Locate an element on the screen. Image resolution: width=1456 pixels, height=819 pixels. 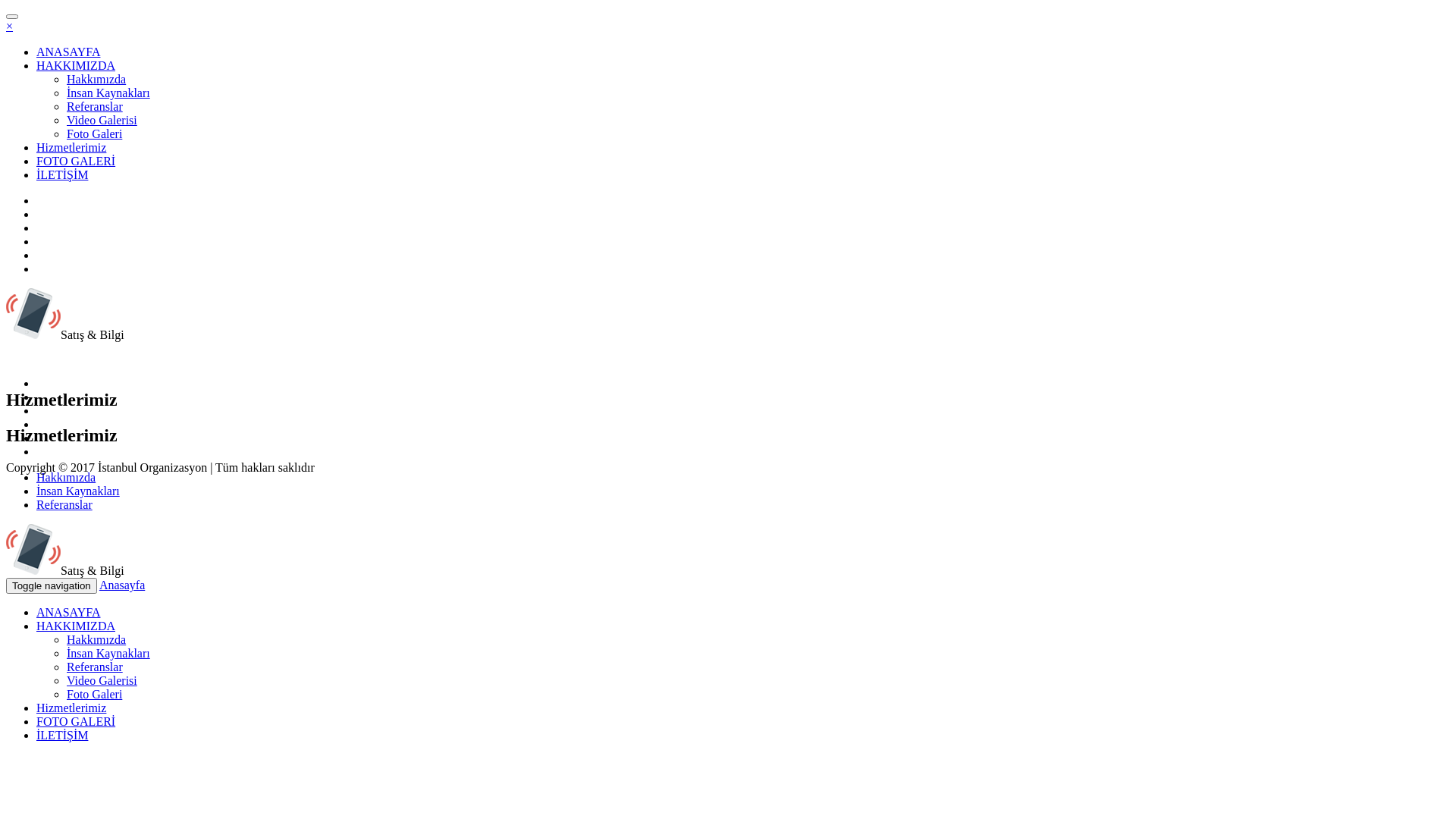
'Toggle navigation' is located at coordinates (51, 585).